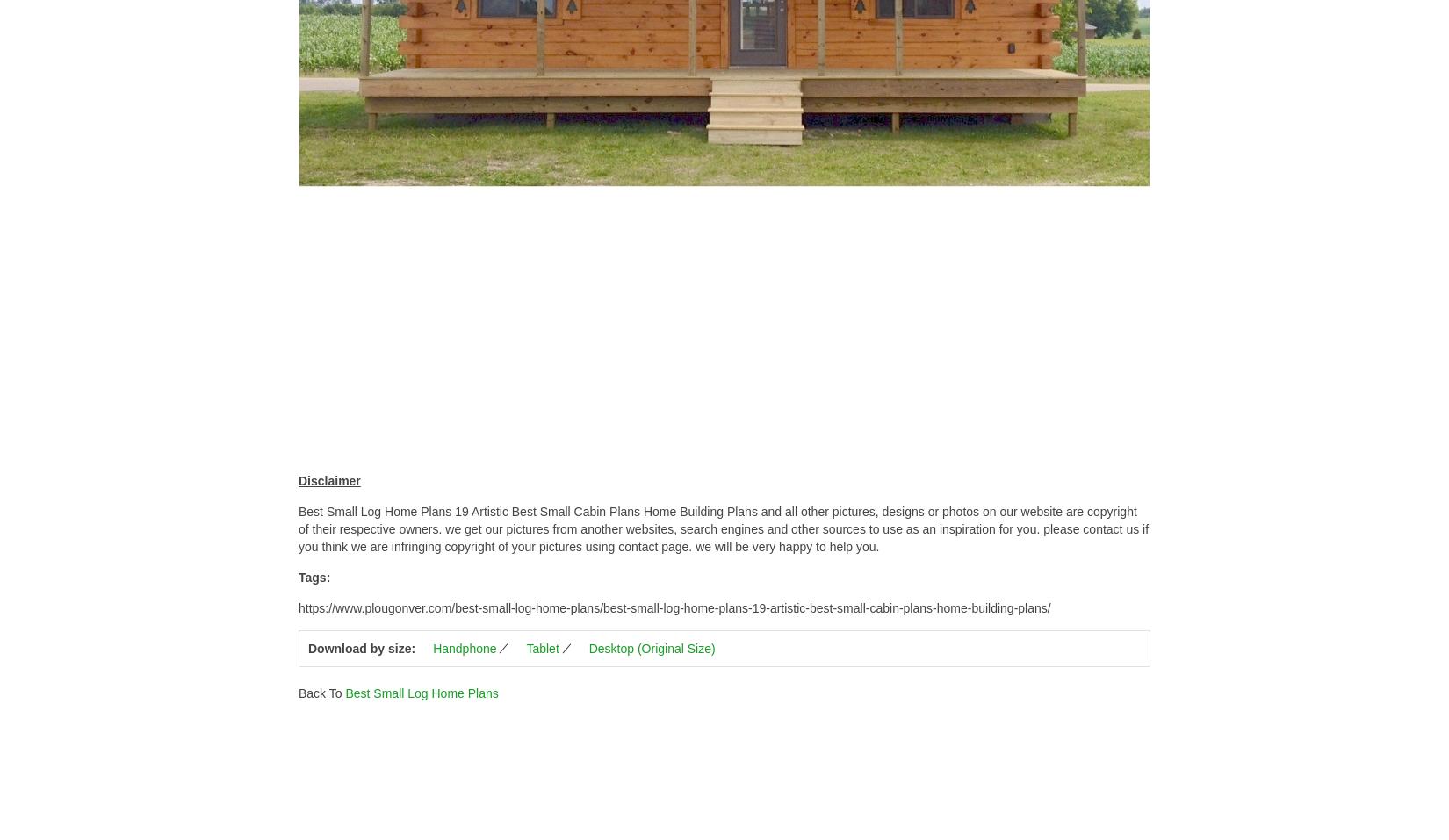 Image resolution: width=1449 pixels, height=840 pixels. What do you see at coordinates (541, 648) in the screenshot?
I see `'Tablet'` at bounding box center [541, 648].